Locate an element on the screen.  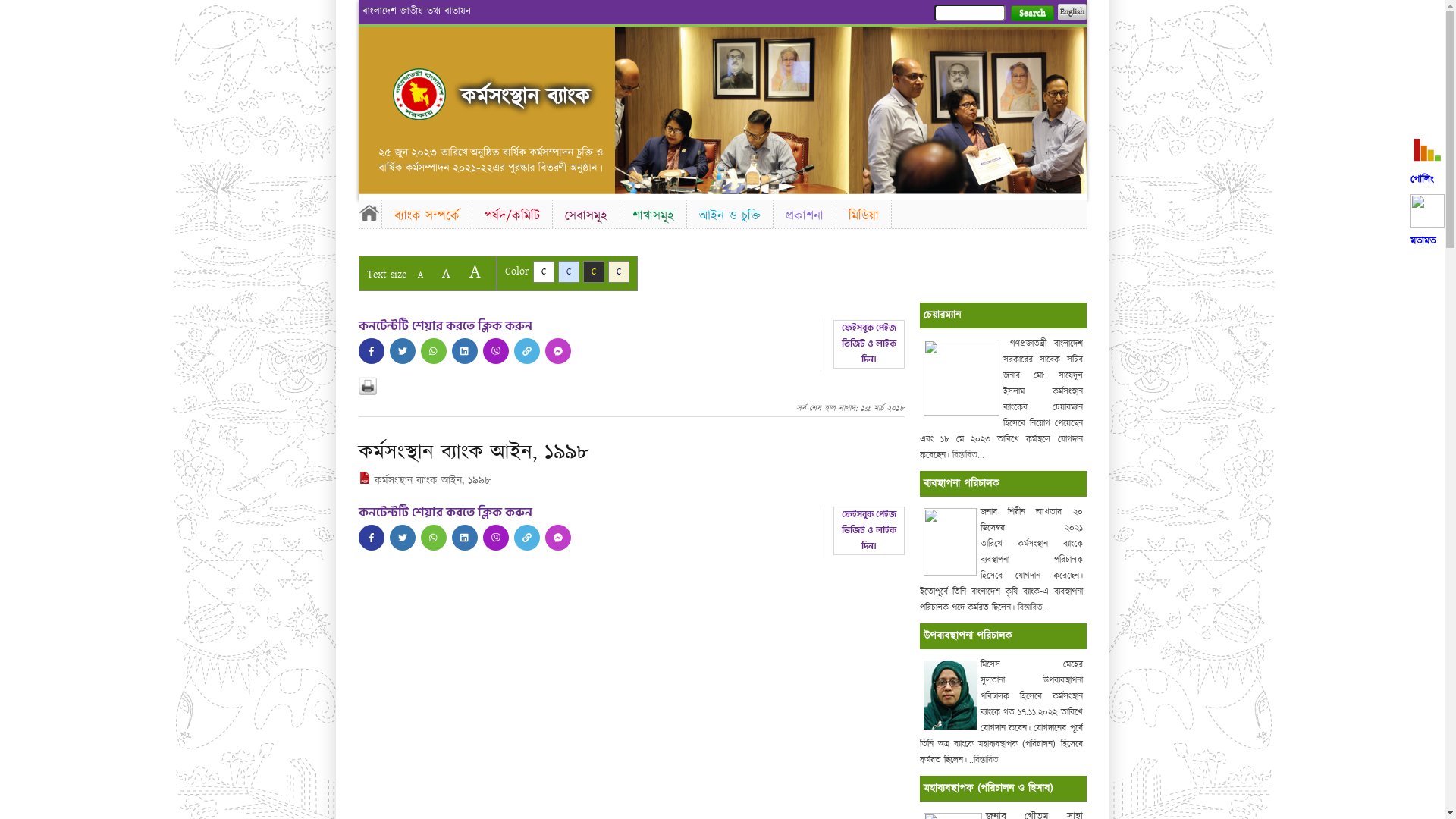
'C' is located at coordinates (532, 271).